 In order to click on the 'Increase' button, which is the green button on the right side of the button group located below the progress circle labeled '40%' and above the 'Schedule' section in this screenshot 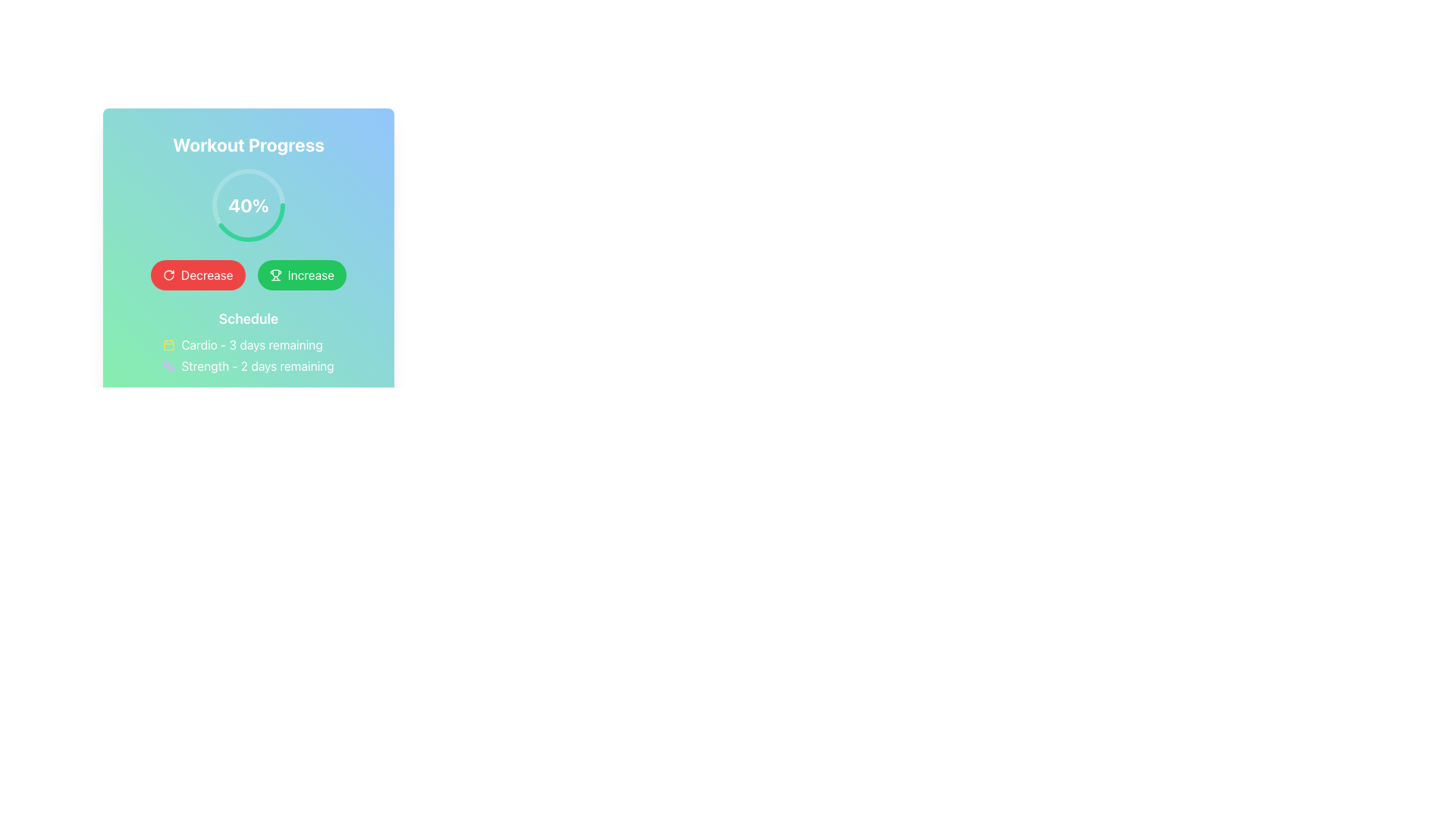, I will do `click(248, 275)`.